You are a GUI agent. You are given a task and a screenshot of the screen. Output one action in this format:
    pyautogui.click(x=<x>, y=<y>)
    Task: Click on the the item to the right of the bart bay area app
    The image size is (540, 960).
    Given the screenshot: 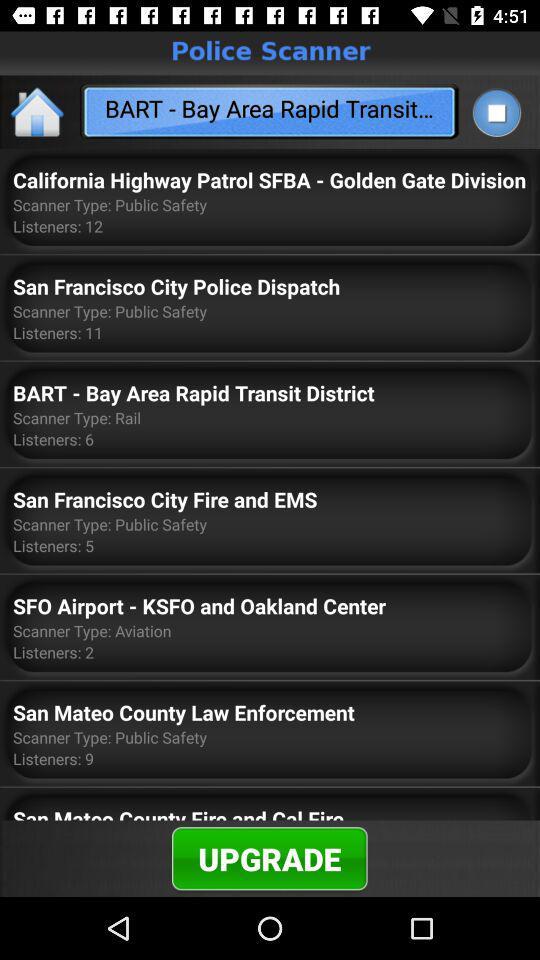 What is the action you would take?
    pyautogui.click(x=495, y=112)
    